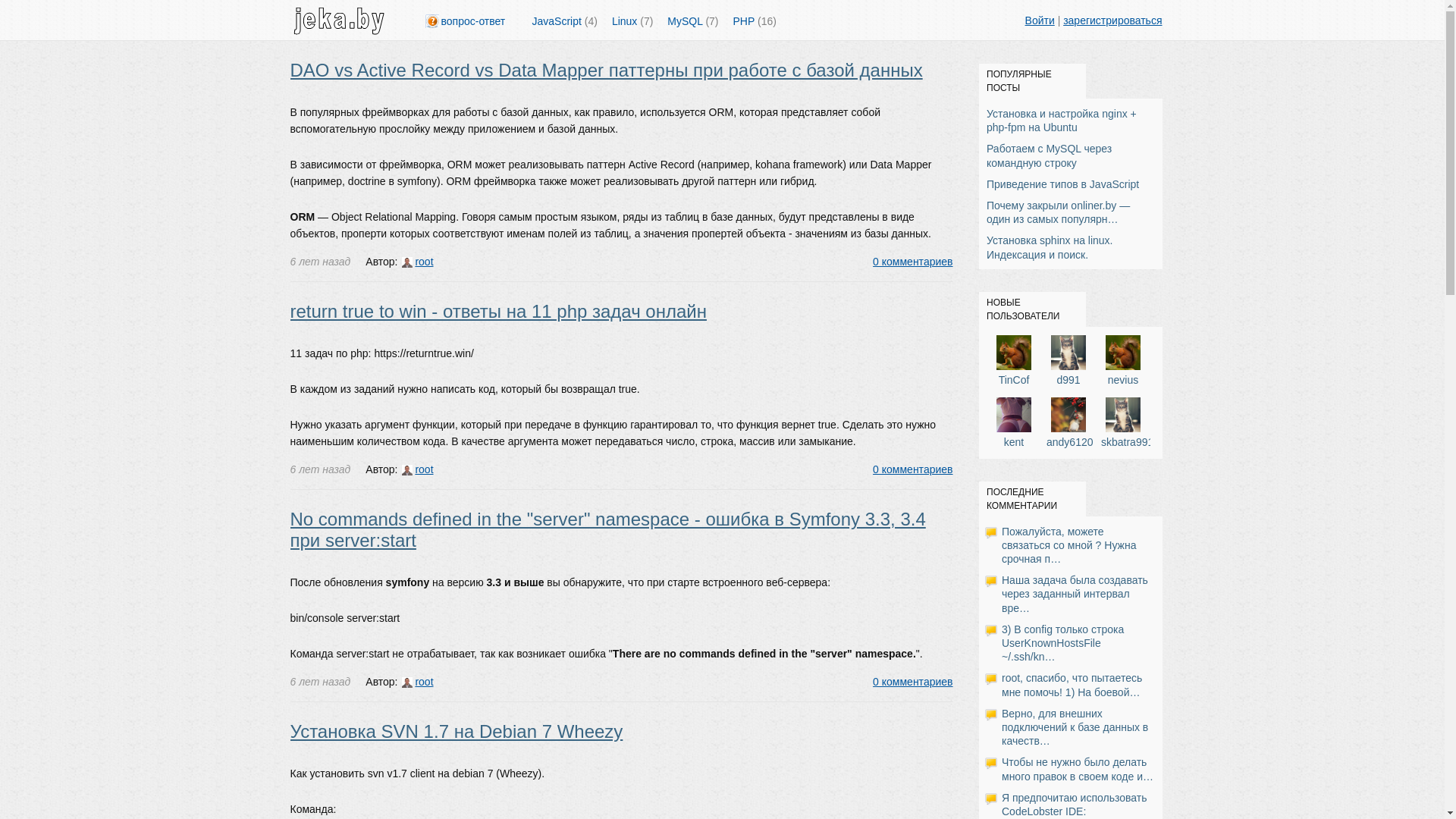  I want to click on 'root', so click(401, 468).